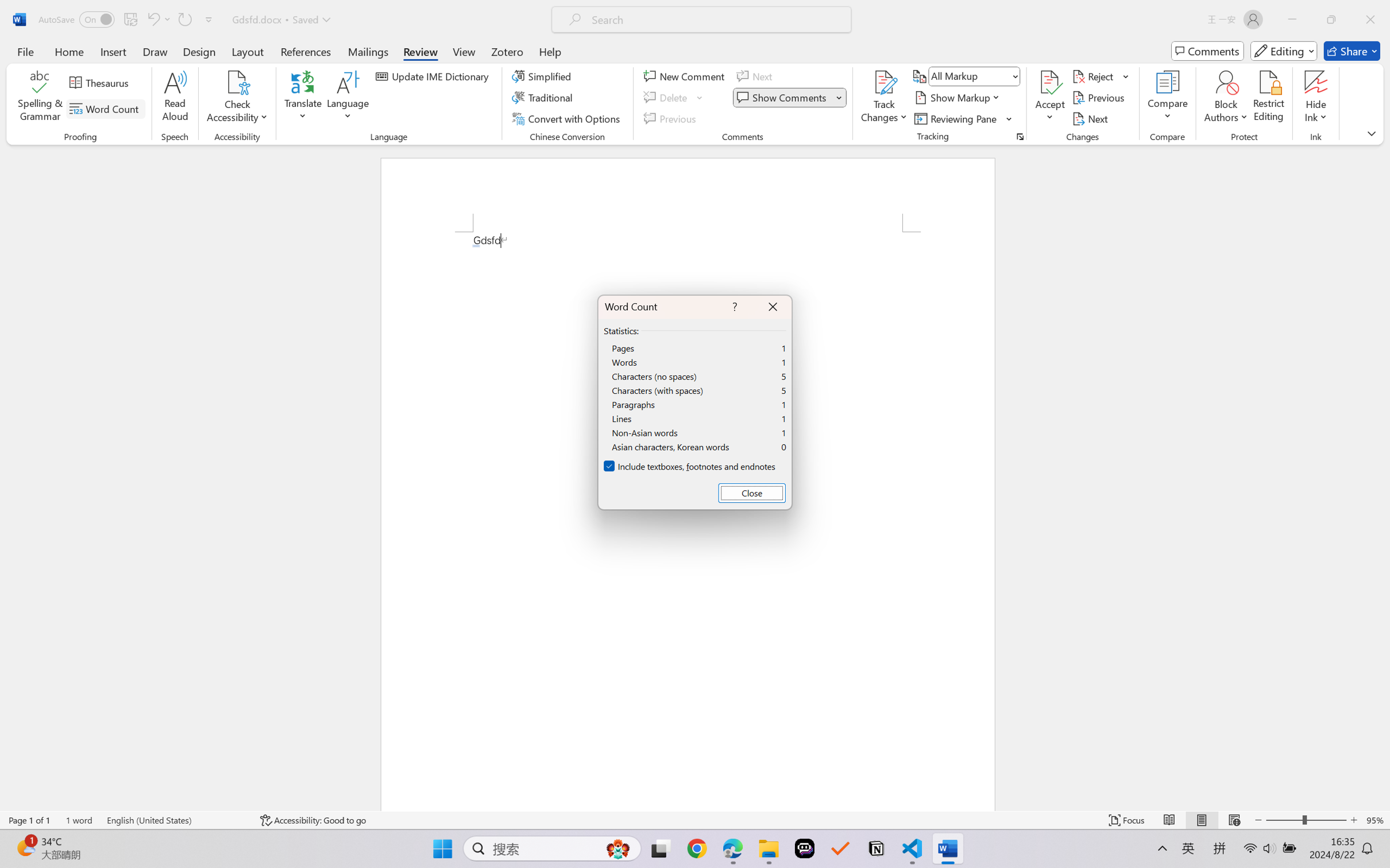 The height and width of the screenshot is (868, 1390). Describe the element at coordinates (40, 98) in the screenshot. I see `'Spelling & Grammar'` at that location.